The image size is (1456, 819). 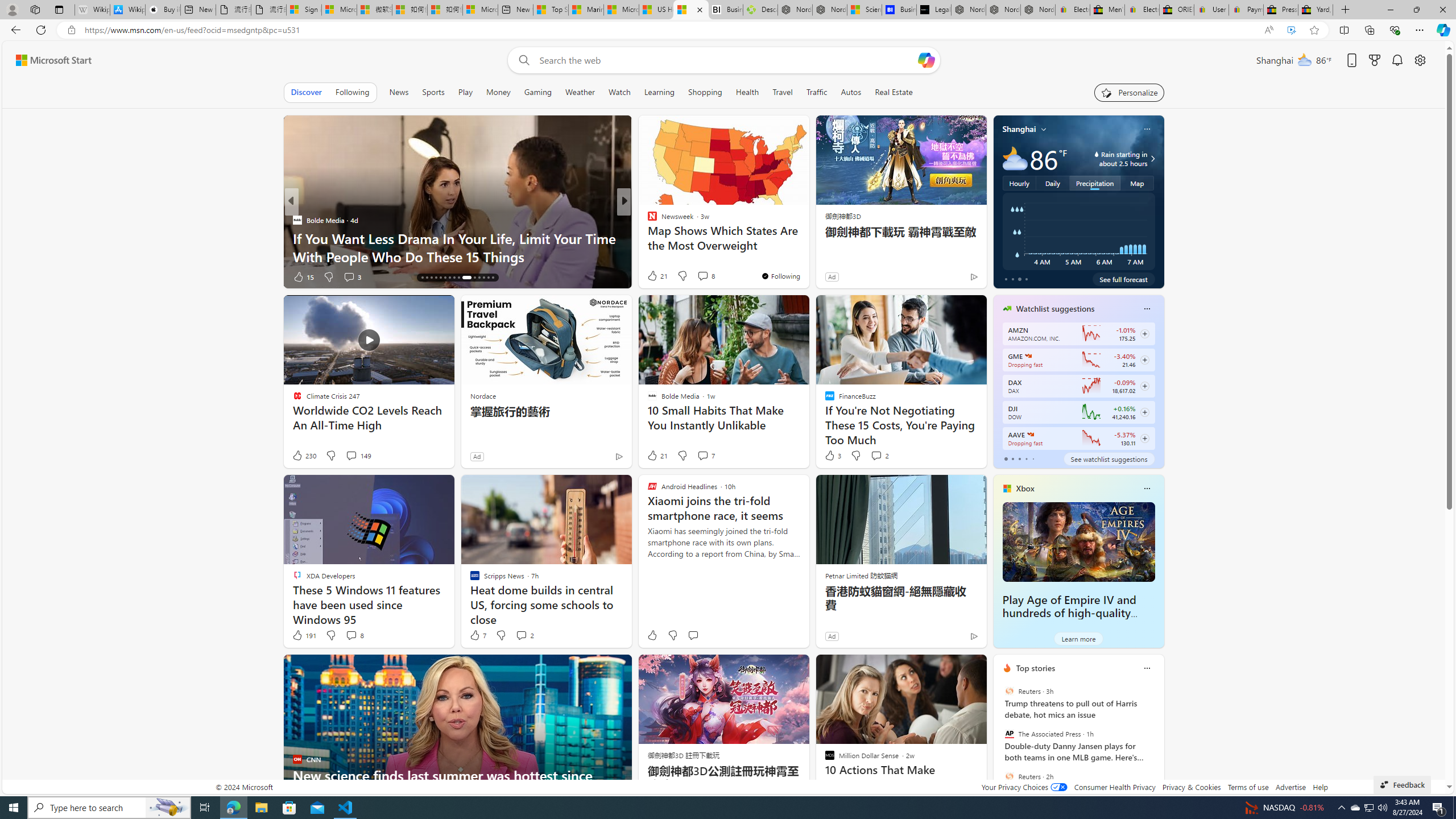 What do you see at coordinates (949, 279) in the screenshot?
I see `'You'` at bounding box center [949, 279].